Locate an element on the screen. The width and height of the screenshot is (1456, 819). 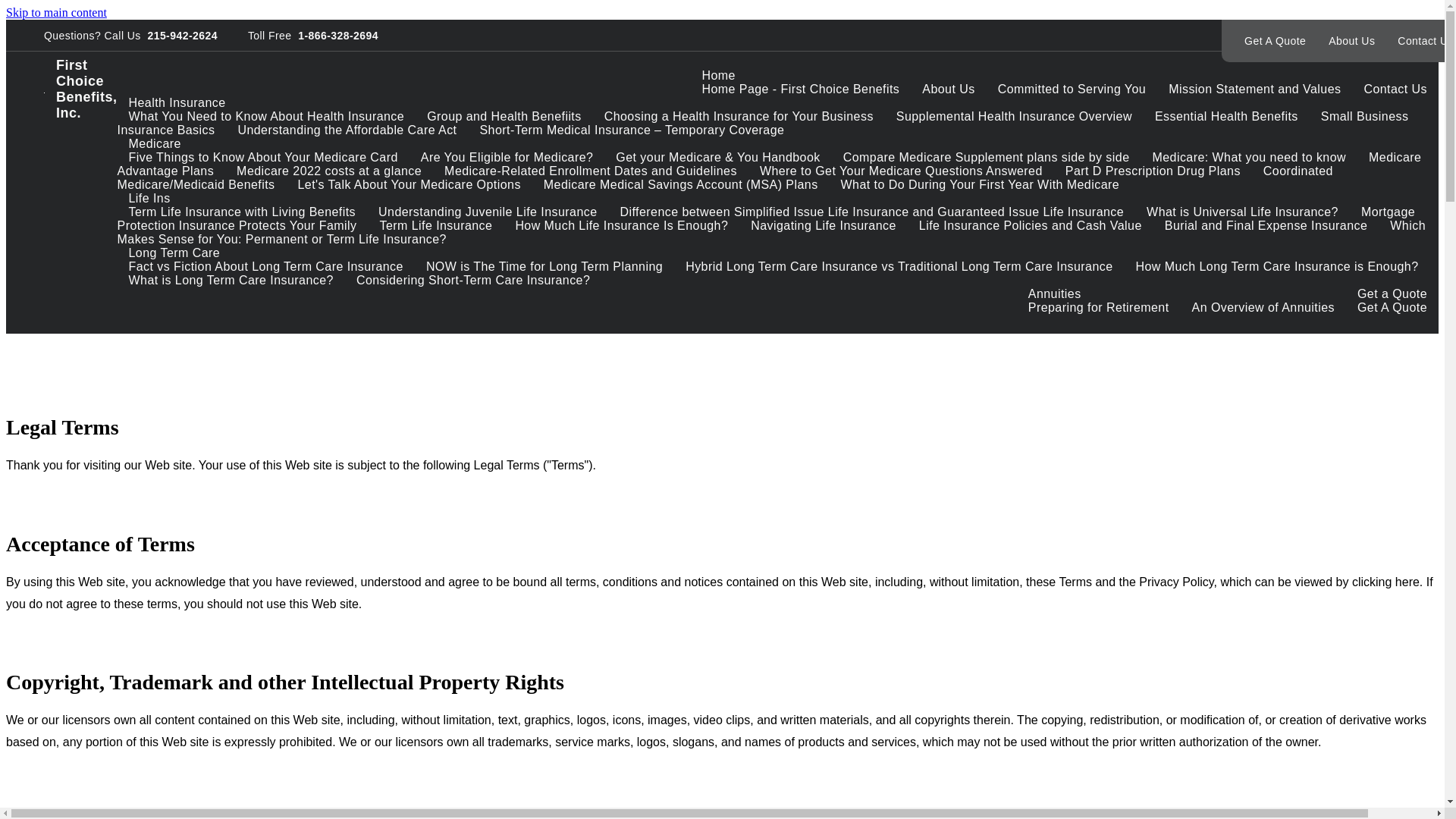
'Essential Health Benefits' is located at coordinates (1226, 115).